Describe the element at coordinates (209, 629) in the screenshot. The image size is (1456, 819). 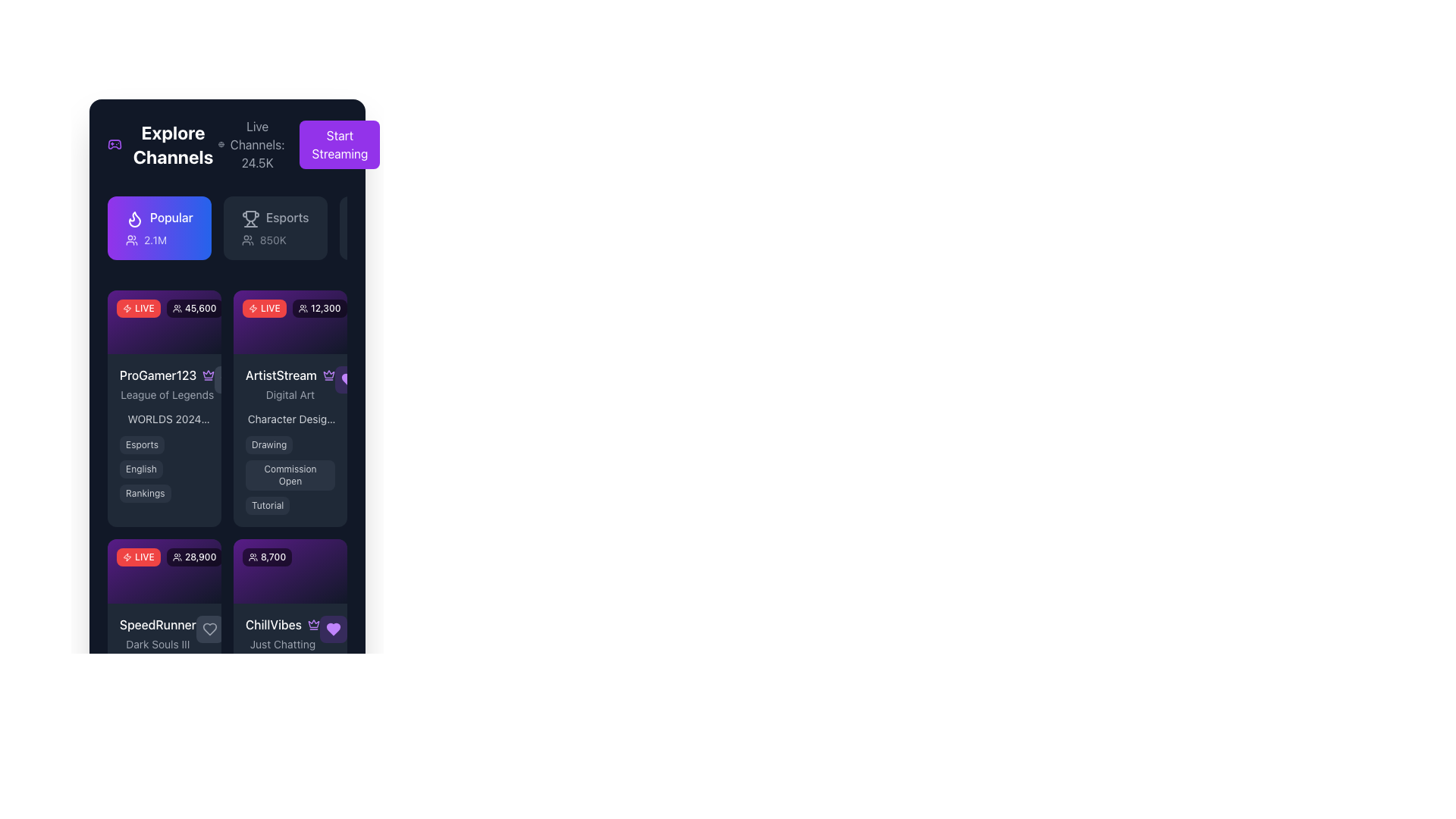
I see `the heart icon in the lower right corner of the 'SpeedRunner Dark Souls III' card to mark it as favorite` at that location.